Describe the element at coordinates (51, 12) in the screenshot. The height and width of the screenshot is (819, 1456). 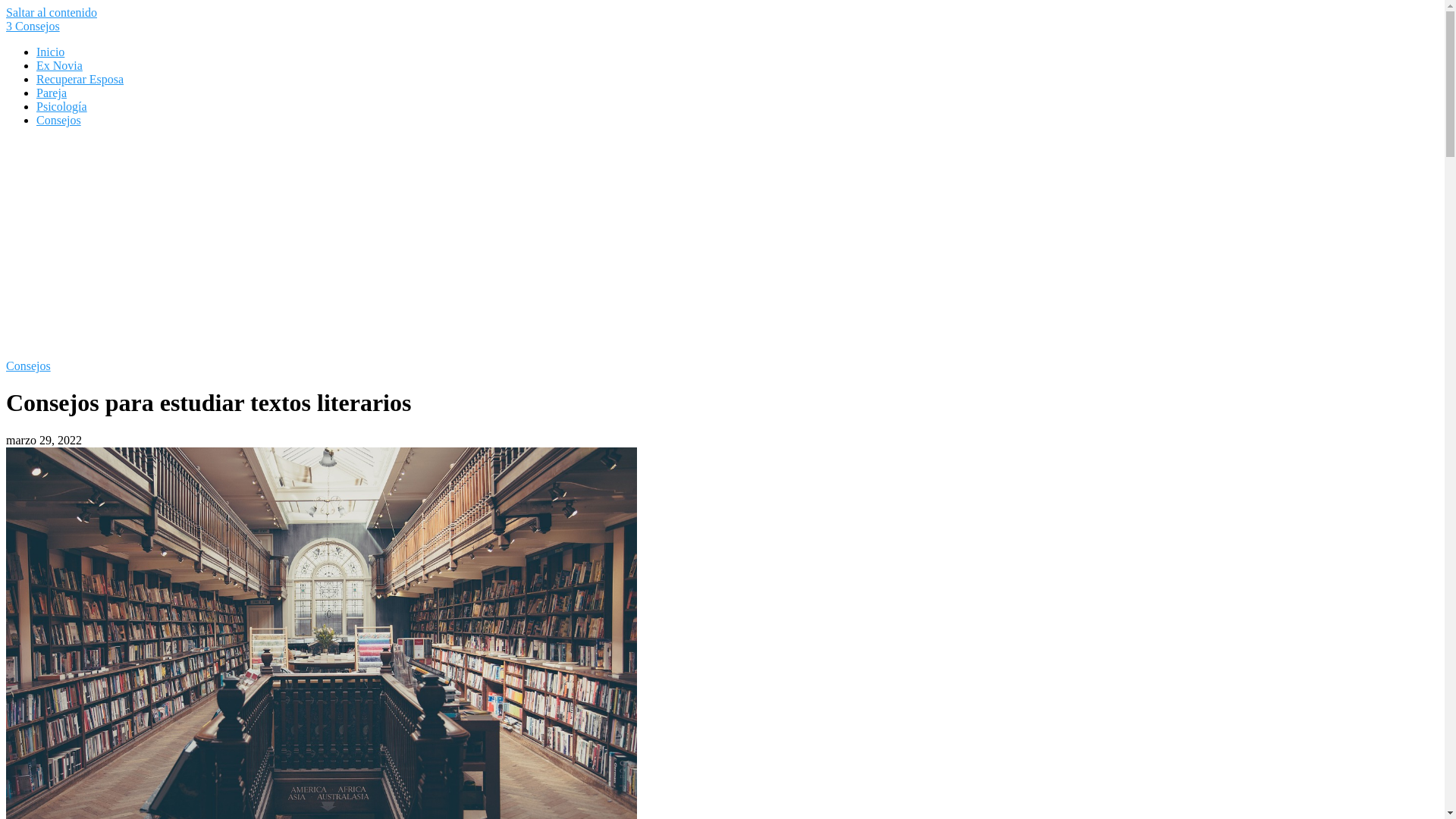
I see `'Saltar al contenido'` at that location.